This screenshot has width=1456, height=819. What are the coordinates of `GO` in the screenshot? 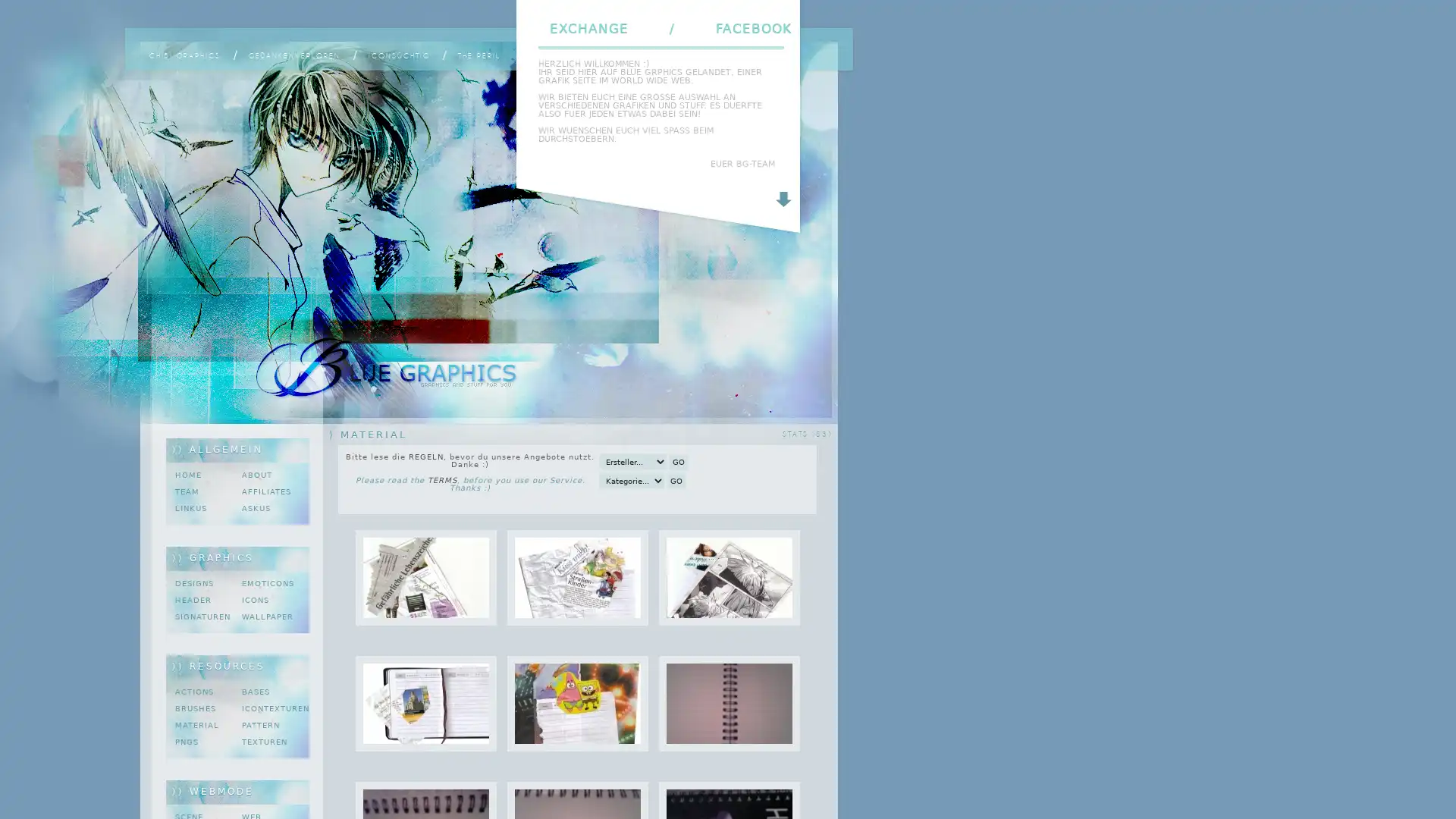 It's located at (676, 480).